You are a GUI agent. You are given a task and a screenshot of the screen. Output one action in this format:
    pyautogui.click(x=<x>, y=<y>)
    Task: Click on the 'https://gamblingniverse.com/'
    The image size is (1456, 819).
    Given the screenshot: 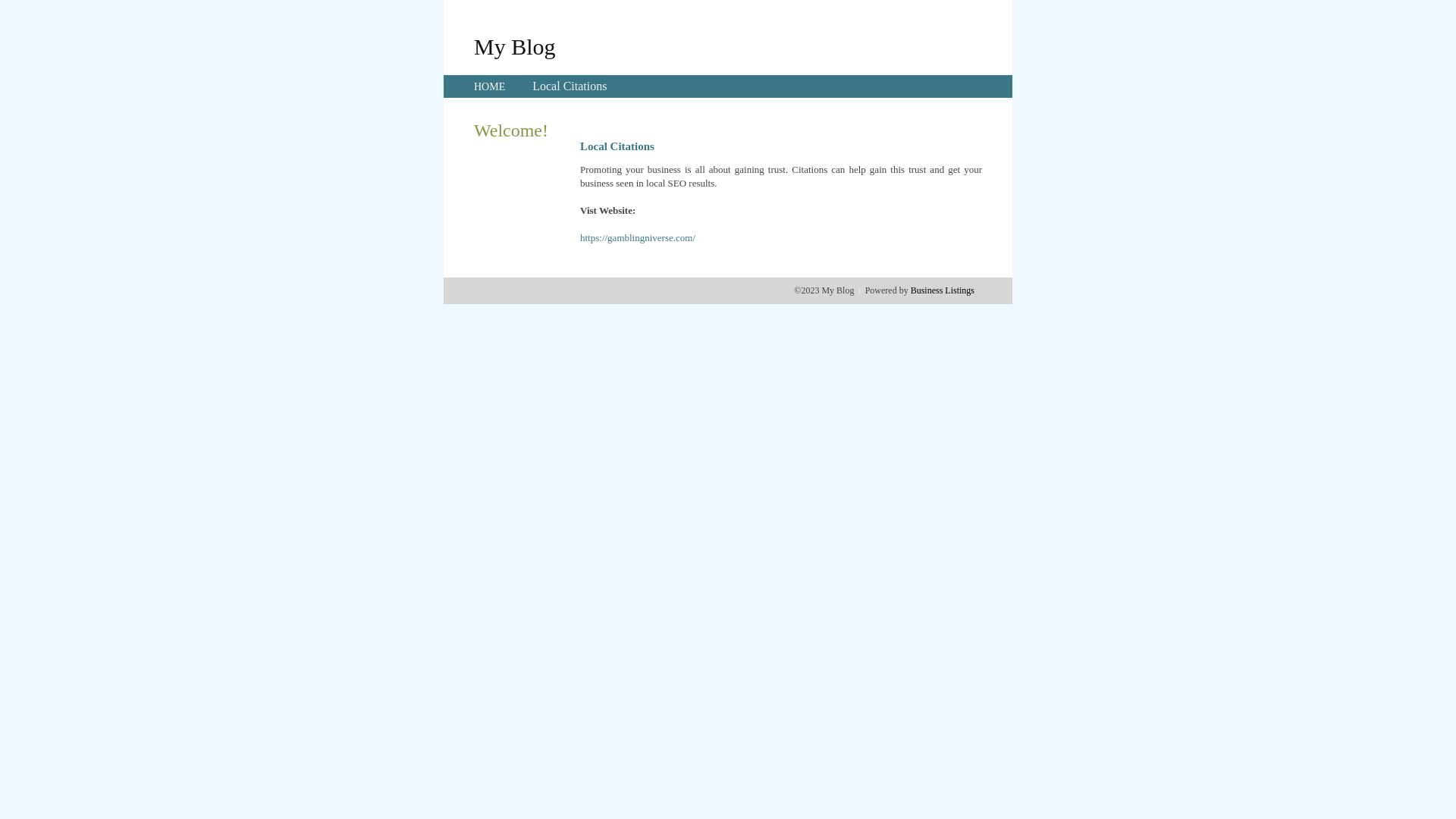 What is the action you would take?
    pyautogui.click(x=637, y=237)
    